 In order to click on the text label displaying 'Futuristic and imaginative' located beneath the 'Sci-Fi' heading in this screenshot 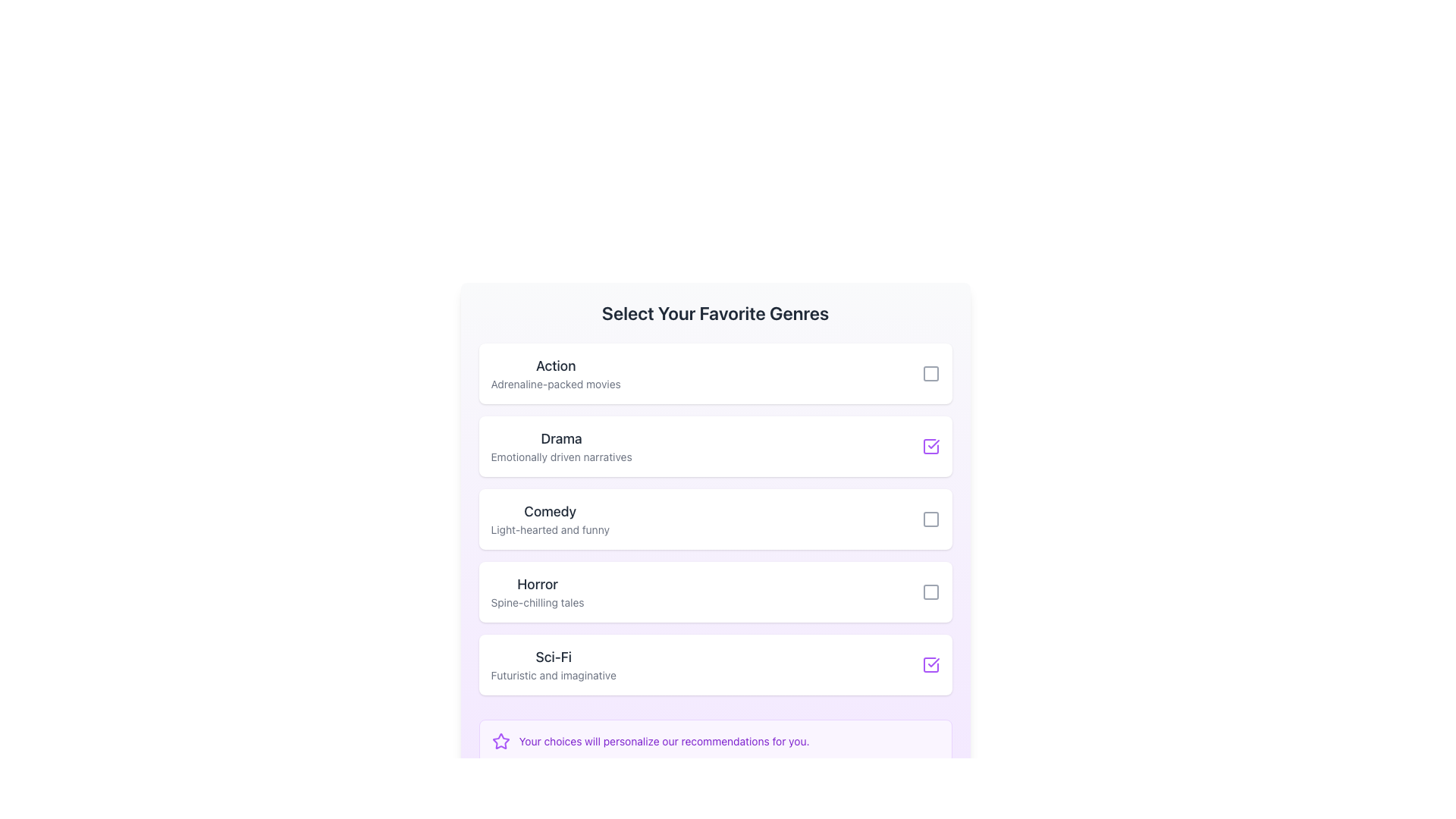, I will do `click(553, 675)`.